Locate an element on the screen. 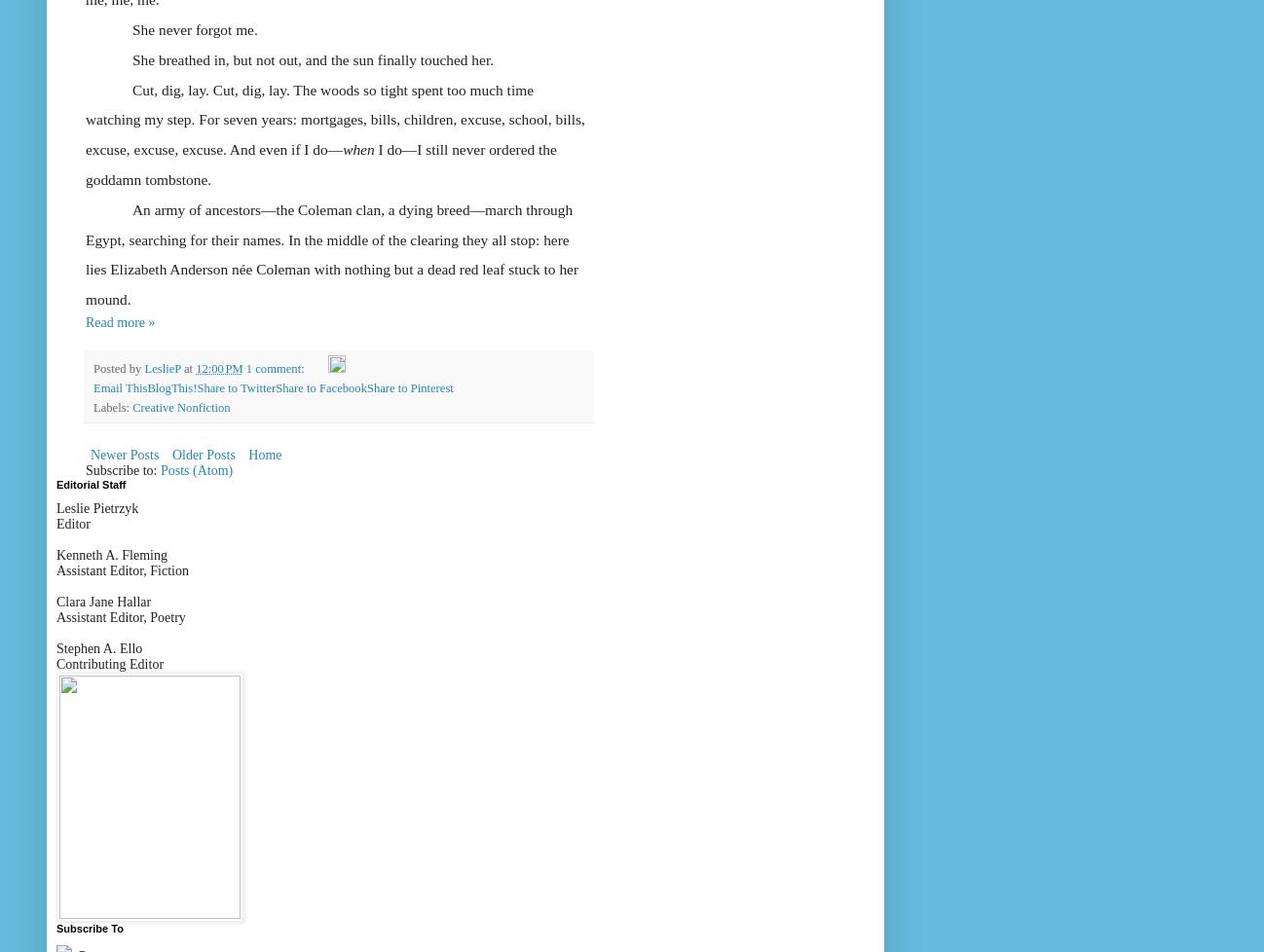  'Contributing Editor' is located at coordinates (110, 664).